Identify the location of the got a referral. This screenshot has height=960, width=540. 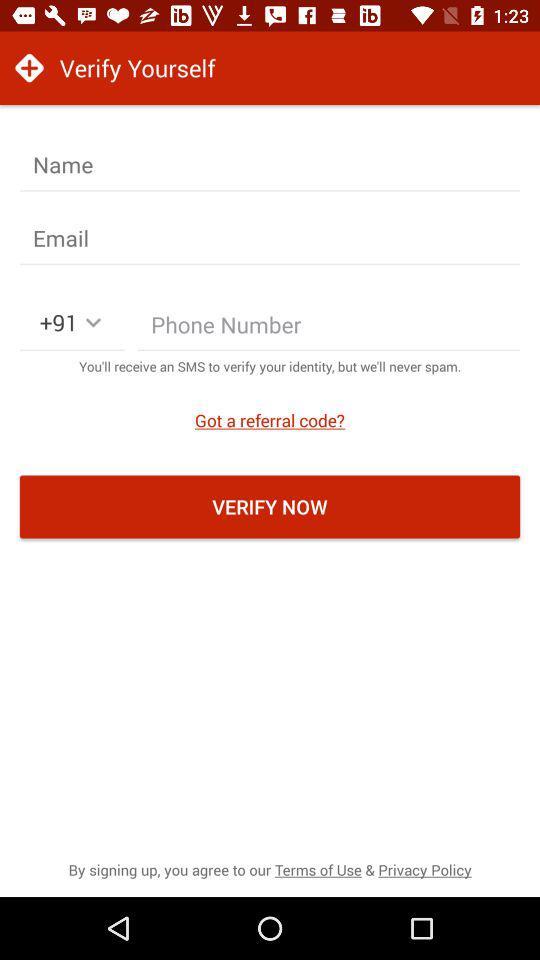
(270, 419).